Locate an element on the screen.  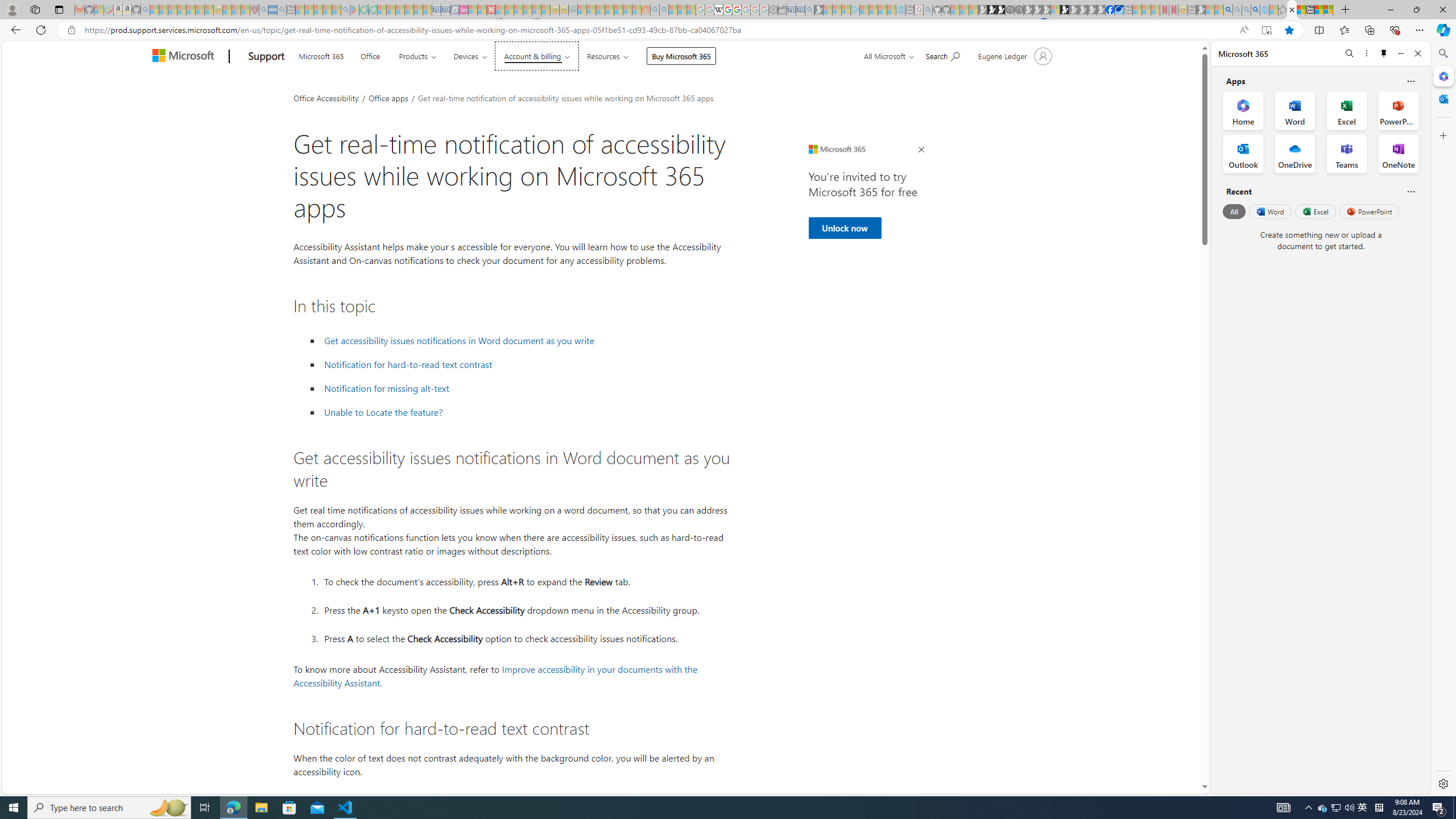
'Wallet - Sleeping' is located at coordinates (782, 9).